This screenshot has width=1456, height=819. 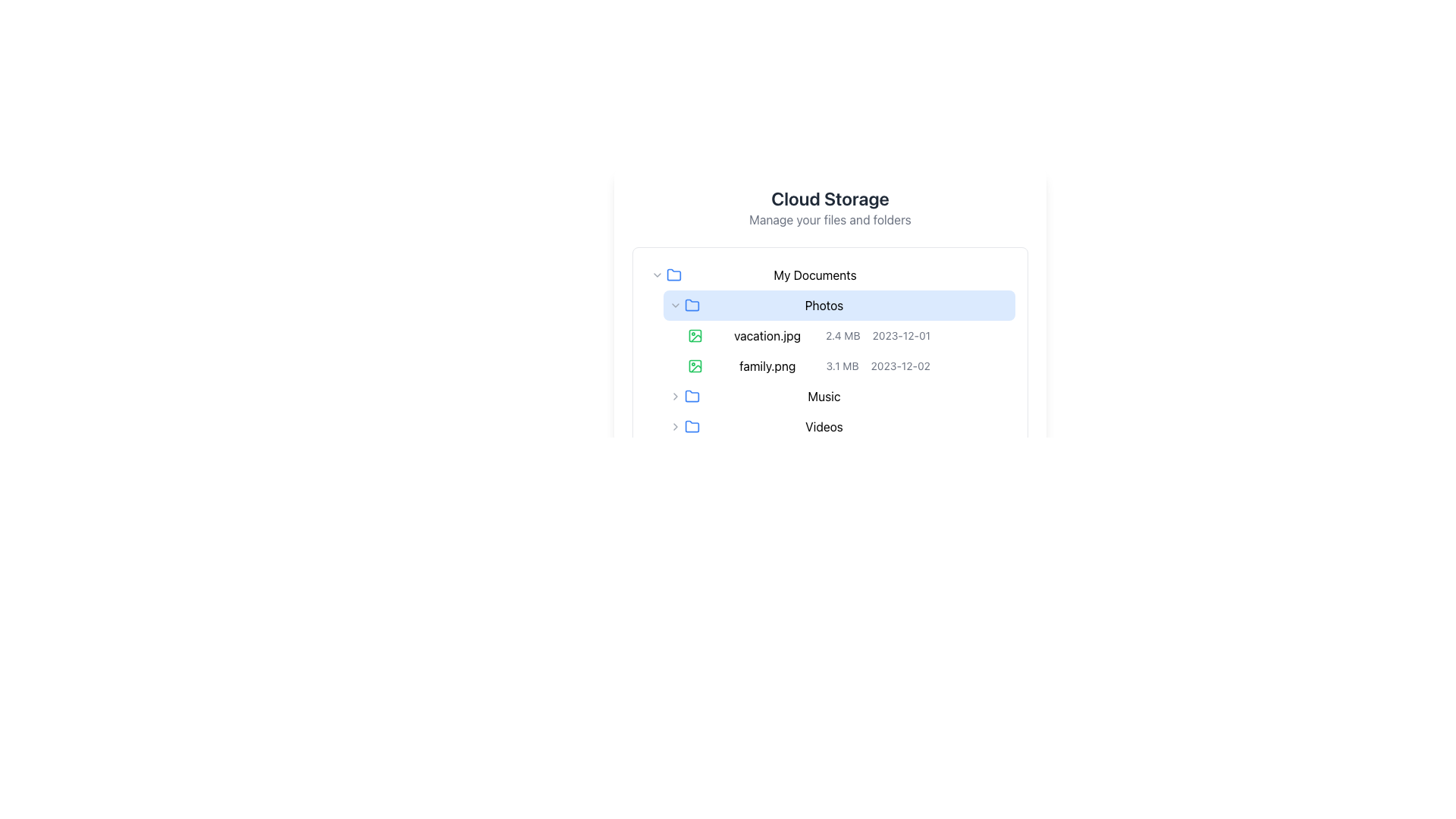 What do you see at coordinates (829, 350) in the screenshot?
I see `the File navigation panel, which is a main component of the cloud storage interface located below the headers 'Cloud Storage' and 'Manage your files and folders'` at bounding box center [829, 350].